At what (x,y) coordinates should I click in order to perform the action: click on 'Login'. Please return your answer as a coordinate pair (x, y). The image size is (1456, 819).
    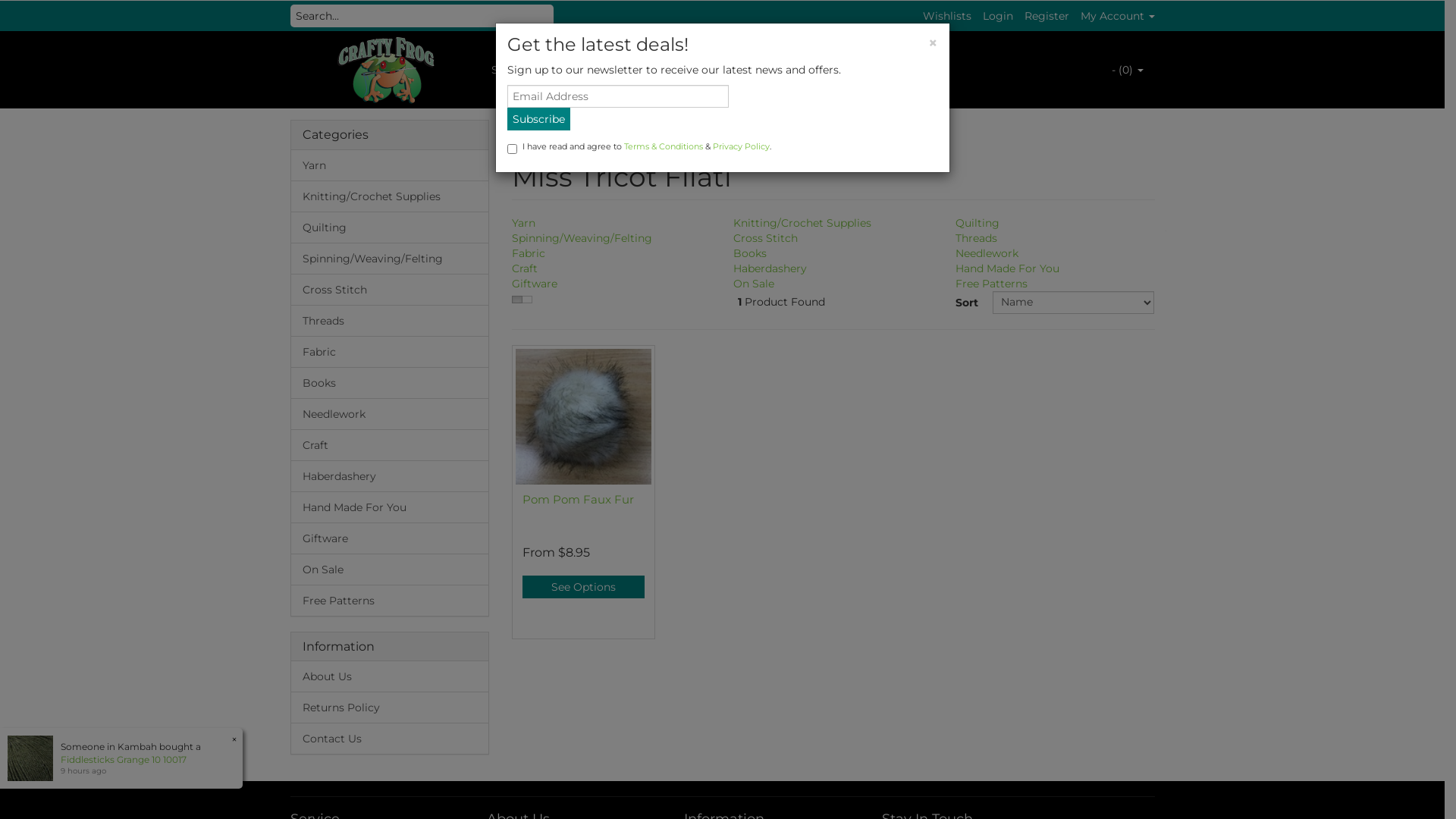
    Looking at the image, I should click on (997, 15).